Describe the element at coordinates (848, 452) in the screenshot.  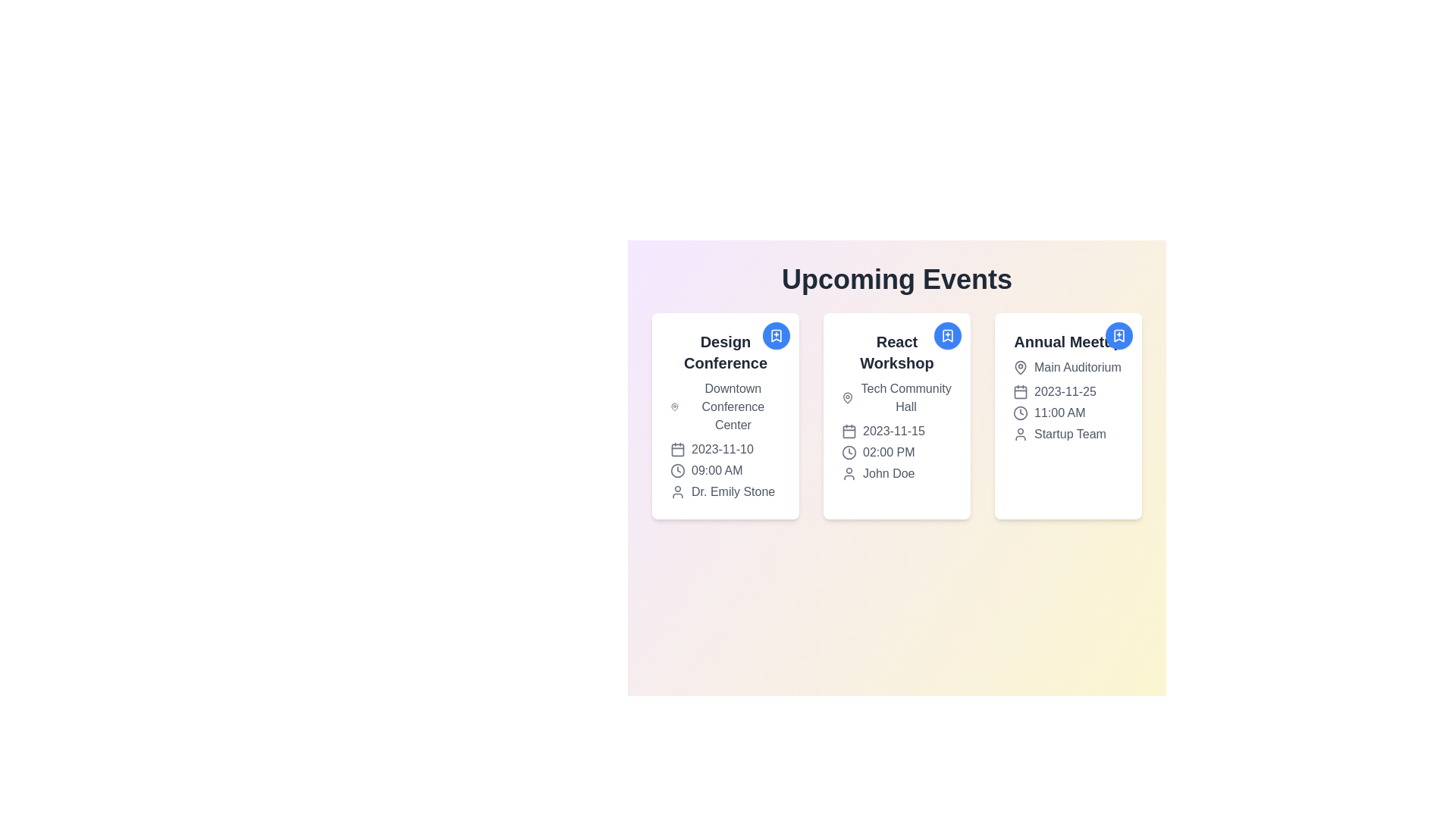
I see `the outer circular outline of the clock icon in the 'React Workshop' card, which is positioned near the scheduled time '02:00 PM' within the second card from the left` at that location.